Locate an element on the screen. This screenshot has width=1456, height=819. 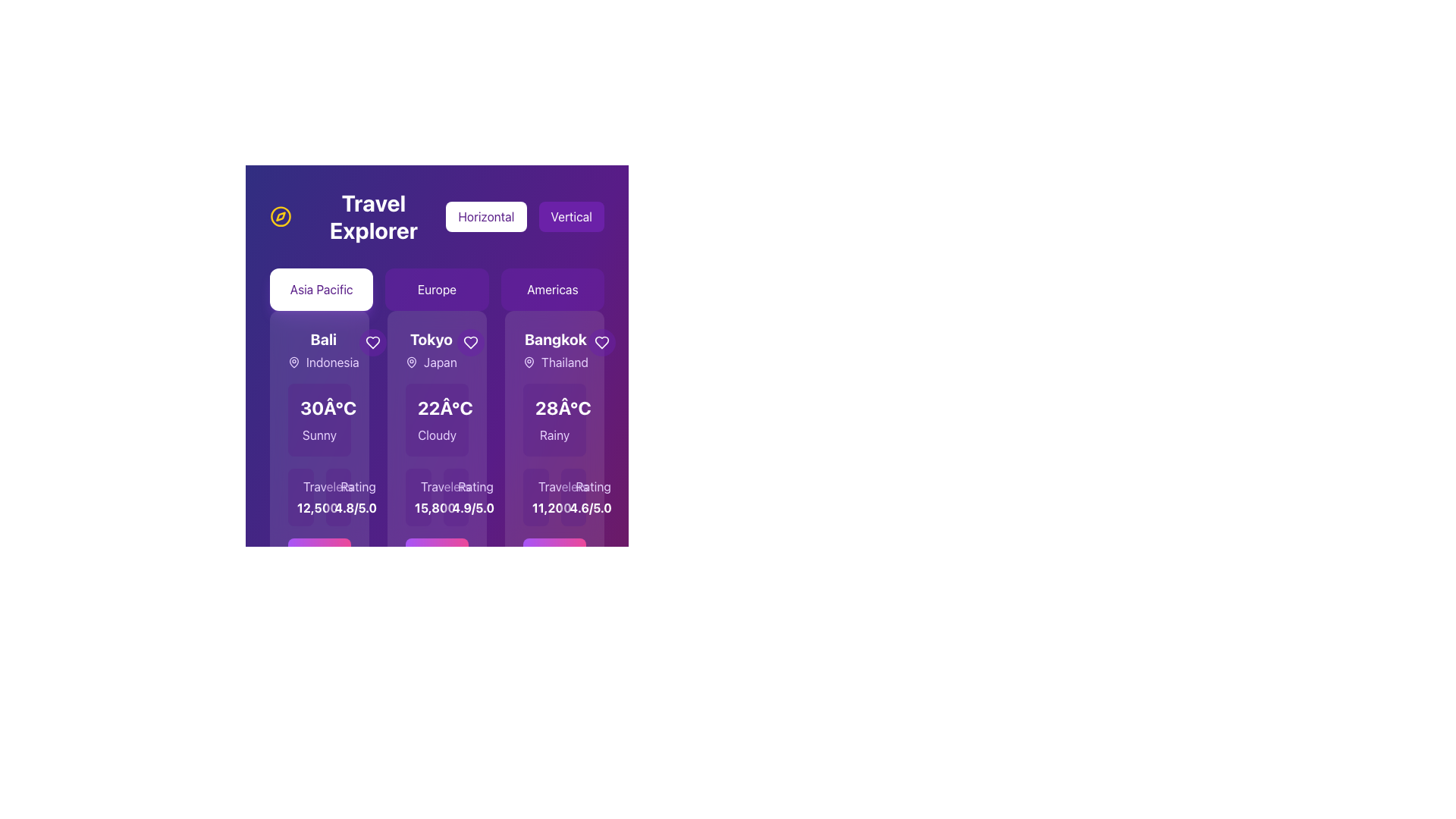
the text element displaying the location name 'Tokyo Japan' in the card layout, which is situated above temperature and weather details is located at coordinates (436, 350).